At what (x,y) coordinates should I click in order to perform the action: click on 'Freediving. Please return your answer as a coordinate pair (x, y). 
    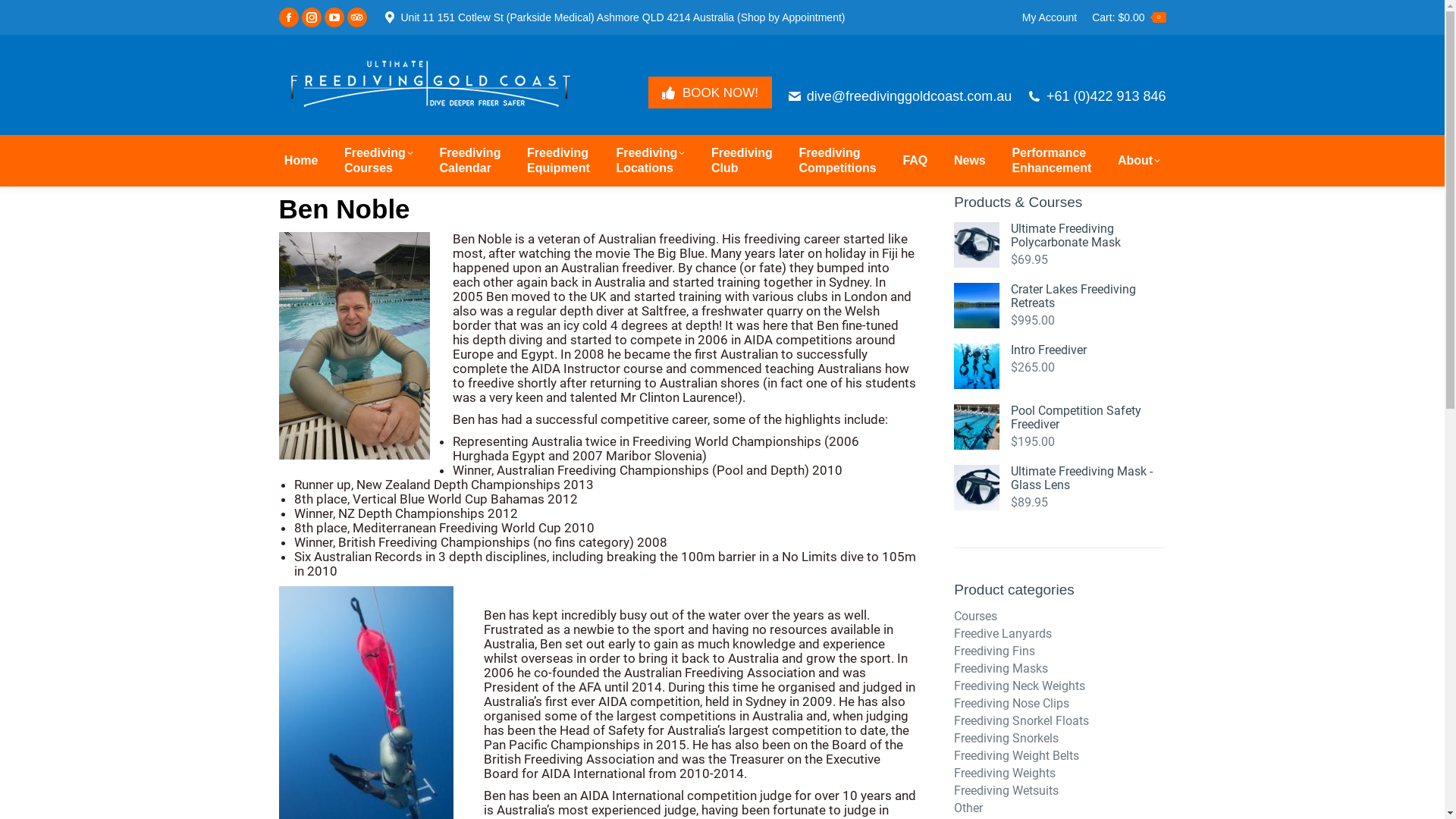
    Looking at the image, I should click on (615, 161).